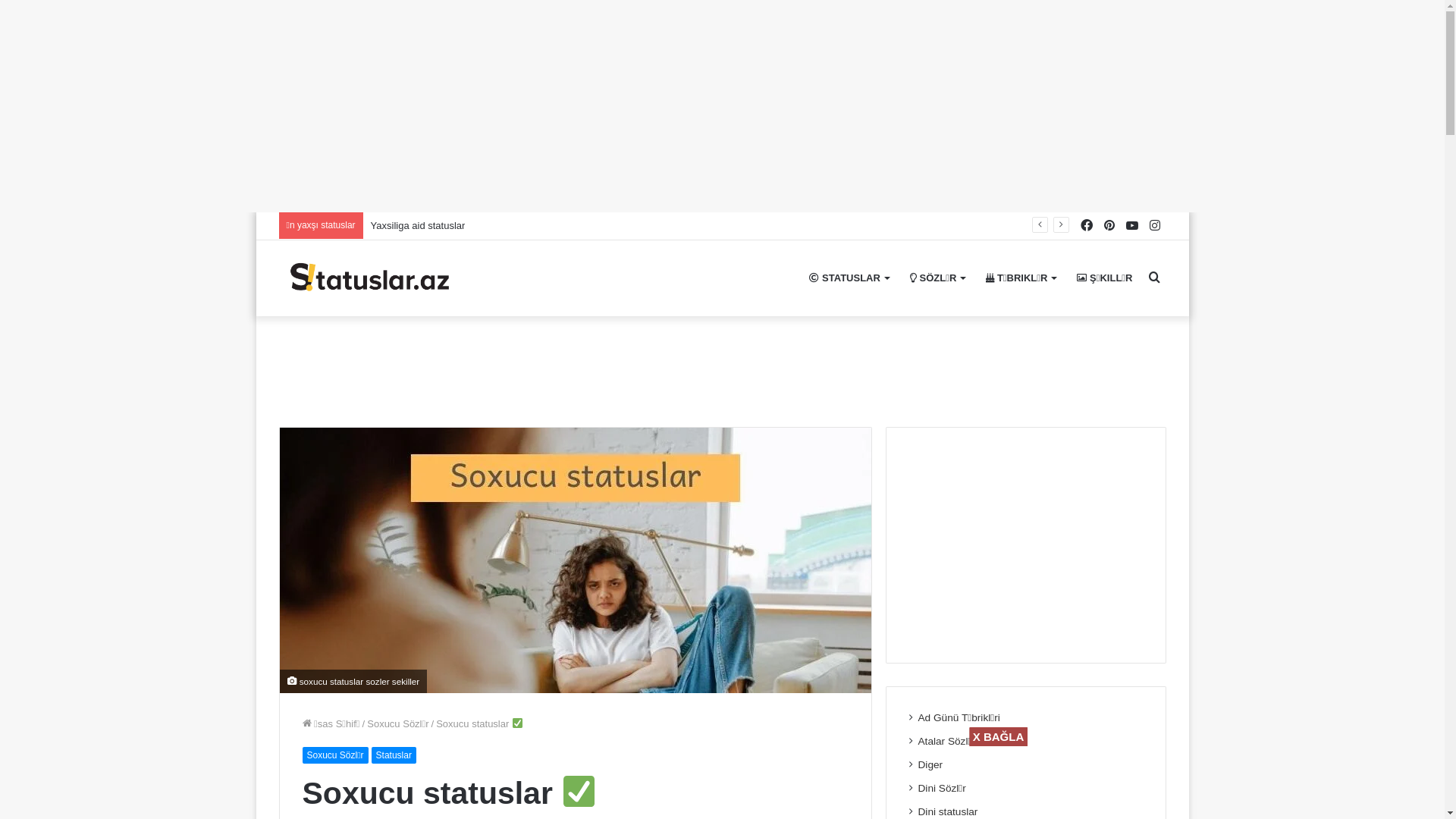 The width and height of the screenshot is (1456, 819). Describe the element at coordinates (751, 780) in the screenshot. I see `'Advertisement'` at that location.